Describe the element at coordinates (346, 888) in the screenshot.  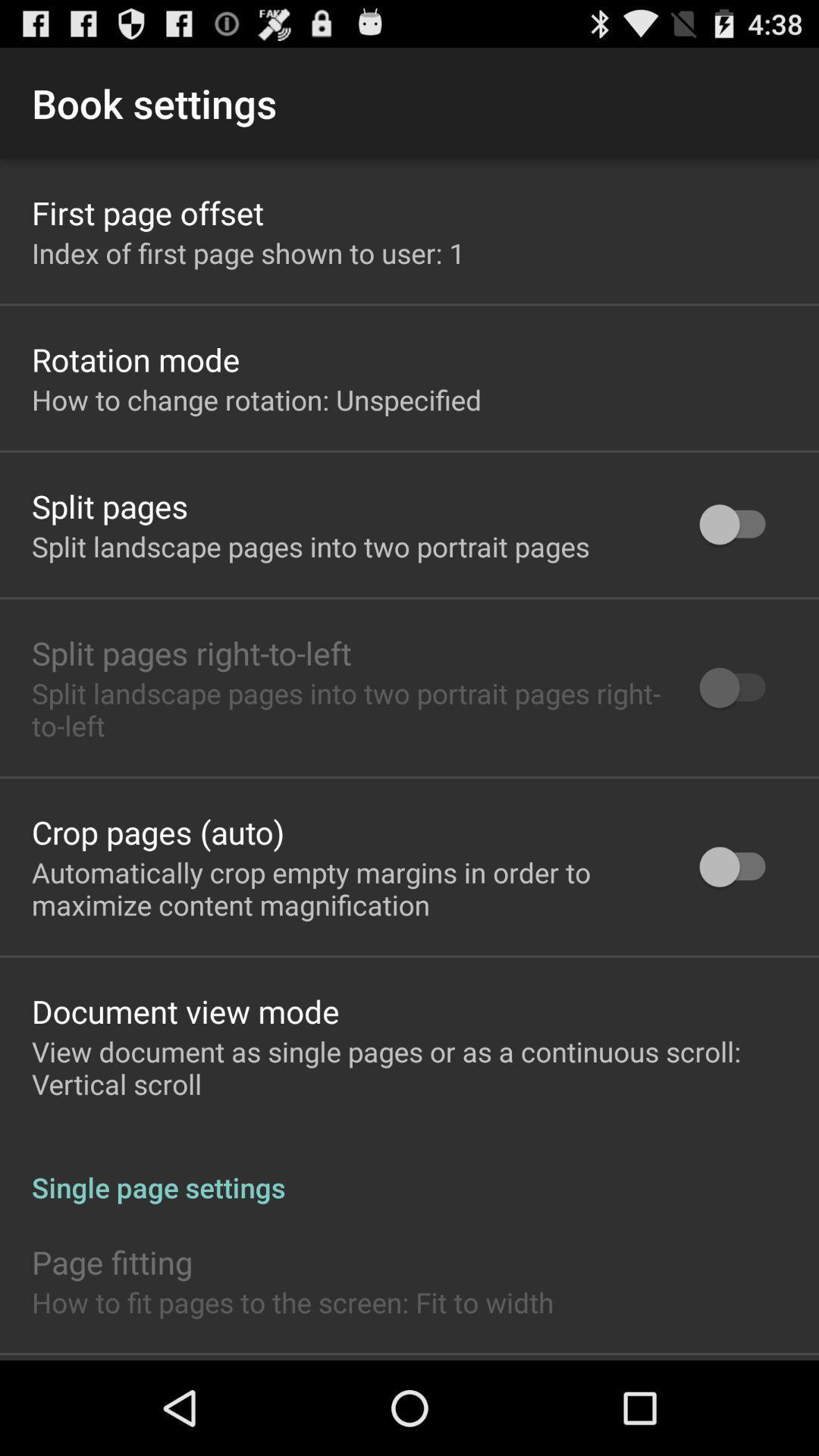
I see `icon below the crop pages (auto) app` at that location.